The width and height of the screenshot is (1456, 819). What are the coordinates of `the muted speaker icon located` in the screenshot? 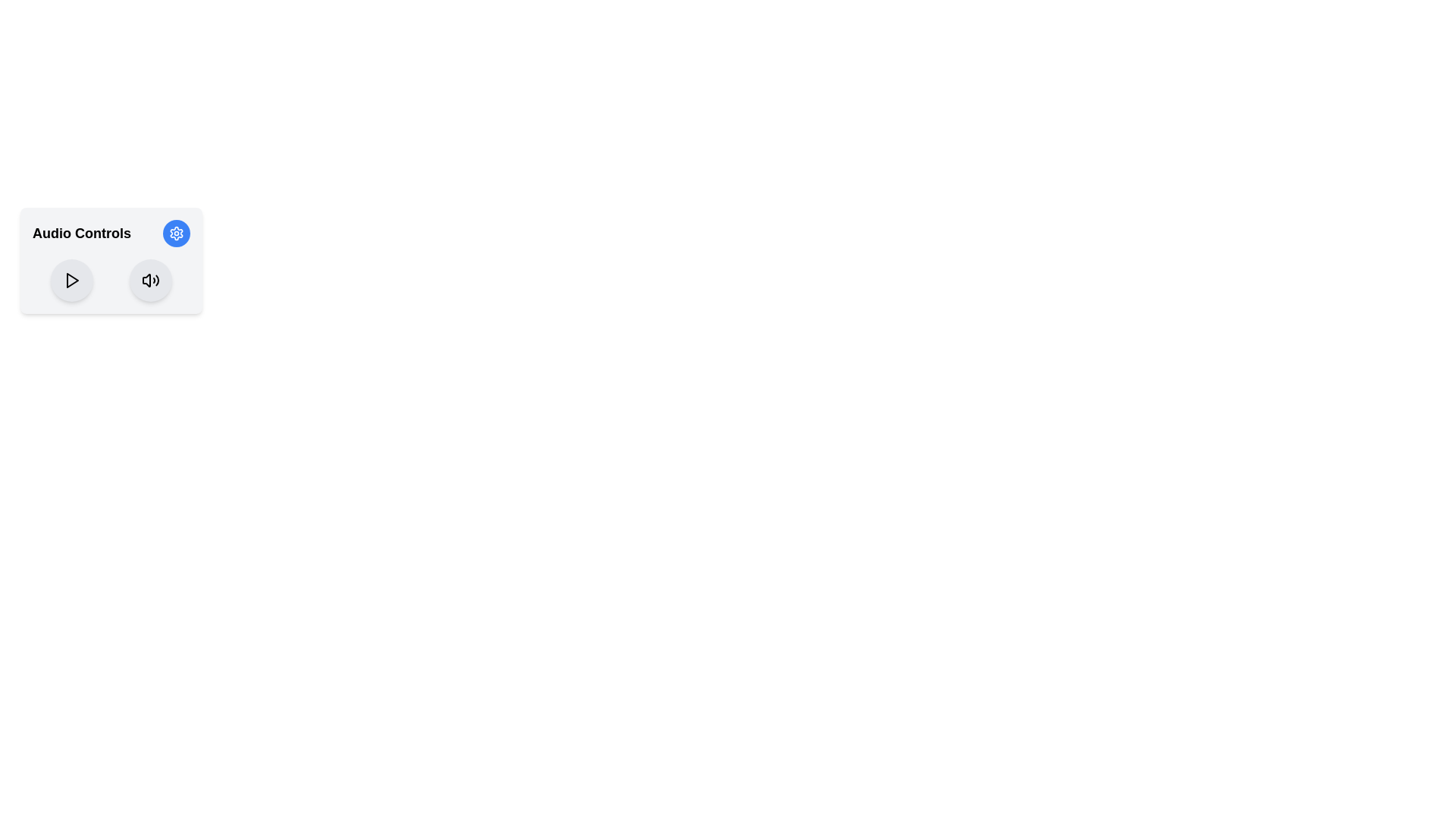 It's located at (146, 281).